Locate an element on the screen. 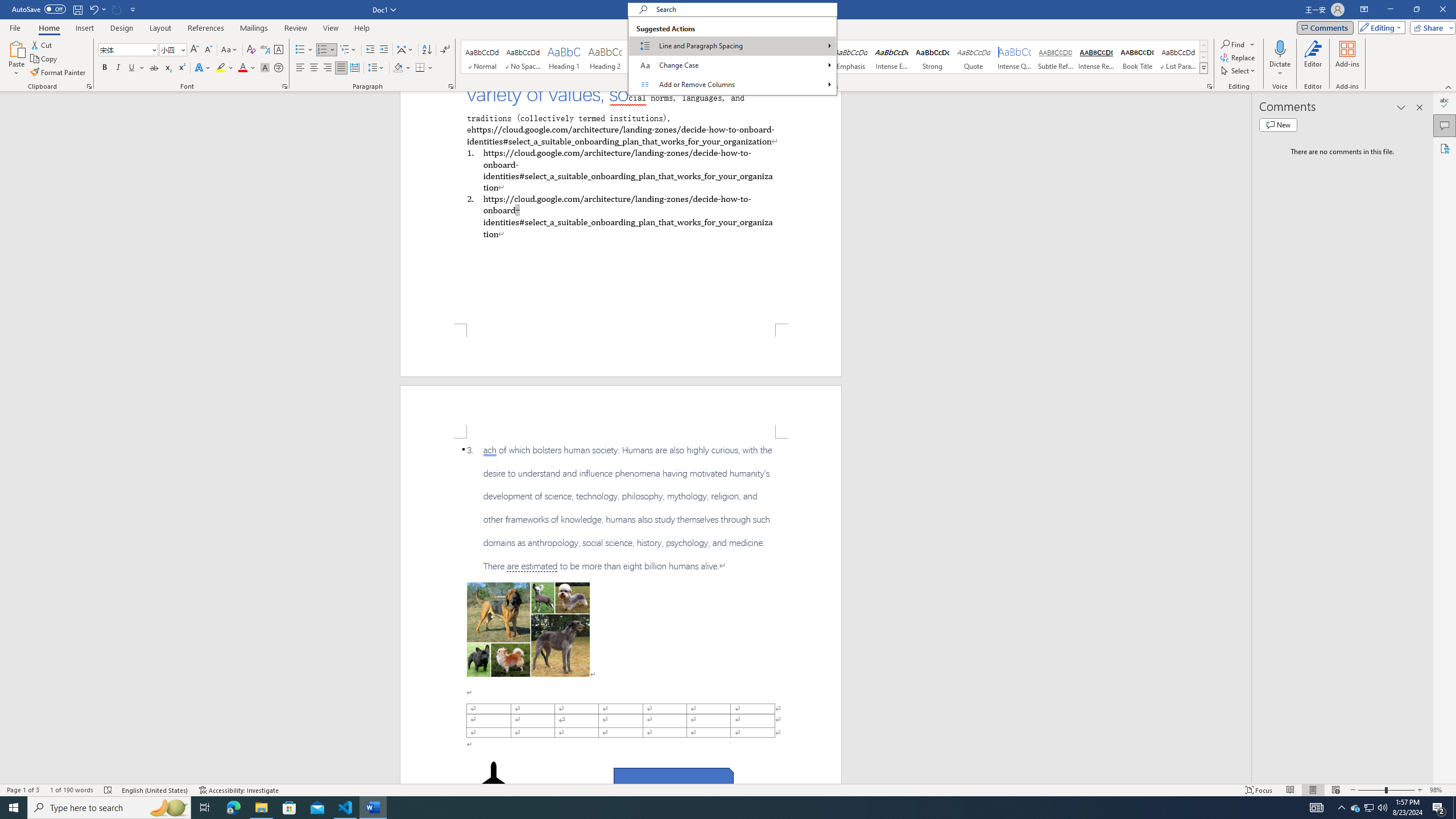 This screenshot has height=819, width=1456. 'Align Right' is located at coordinates (327, 67).